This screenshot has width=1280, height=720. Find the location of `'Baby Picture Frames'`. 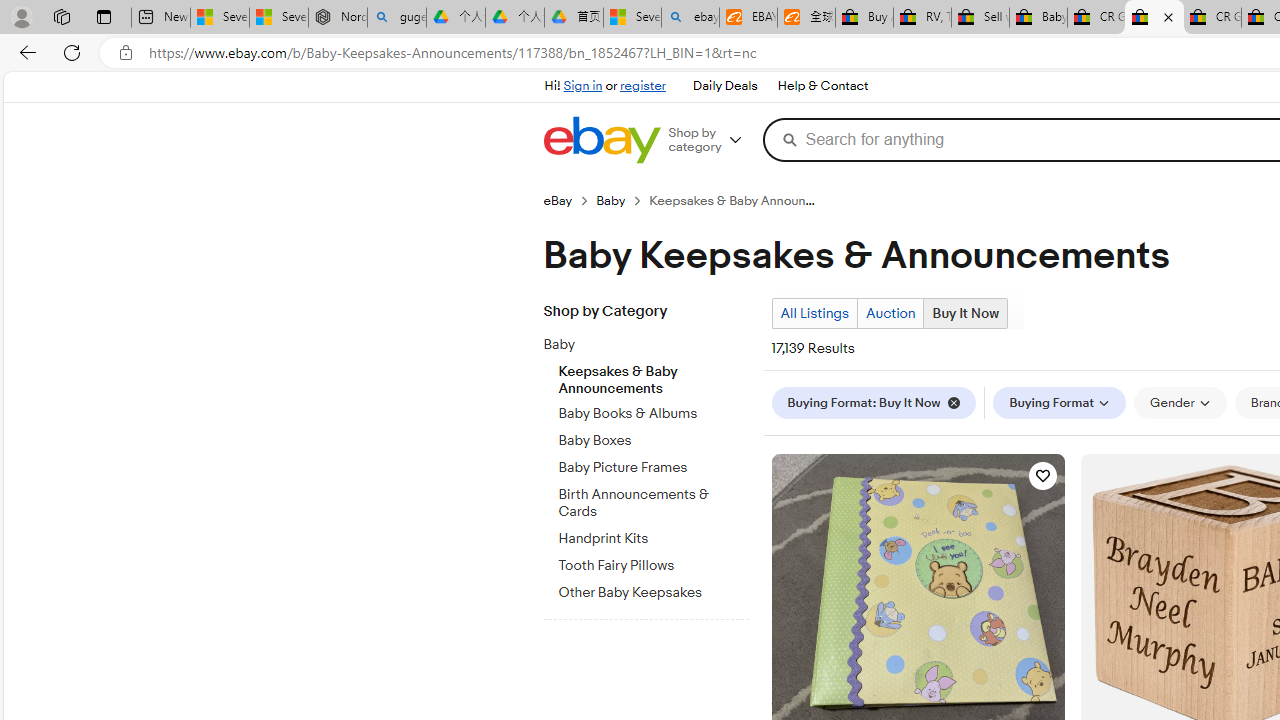

'Baby Picture Frames' is located at coordinates (653, 468).